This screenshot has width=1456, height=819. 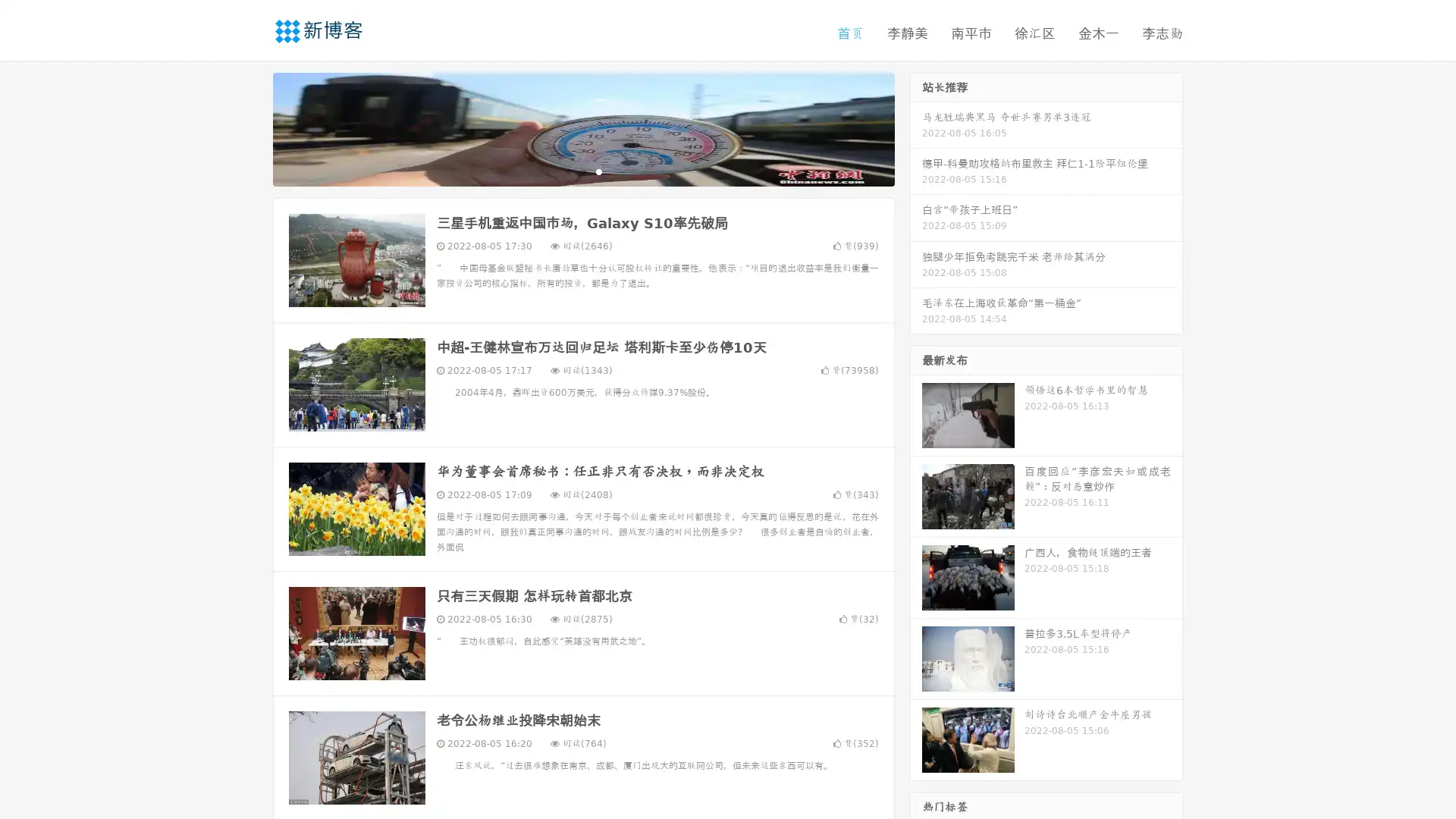 What do you see at coordinates (250, 127) in the screenshot?
I see `Previous slide` at bounding box center [250, 127].